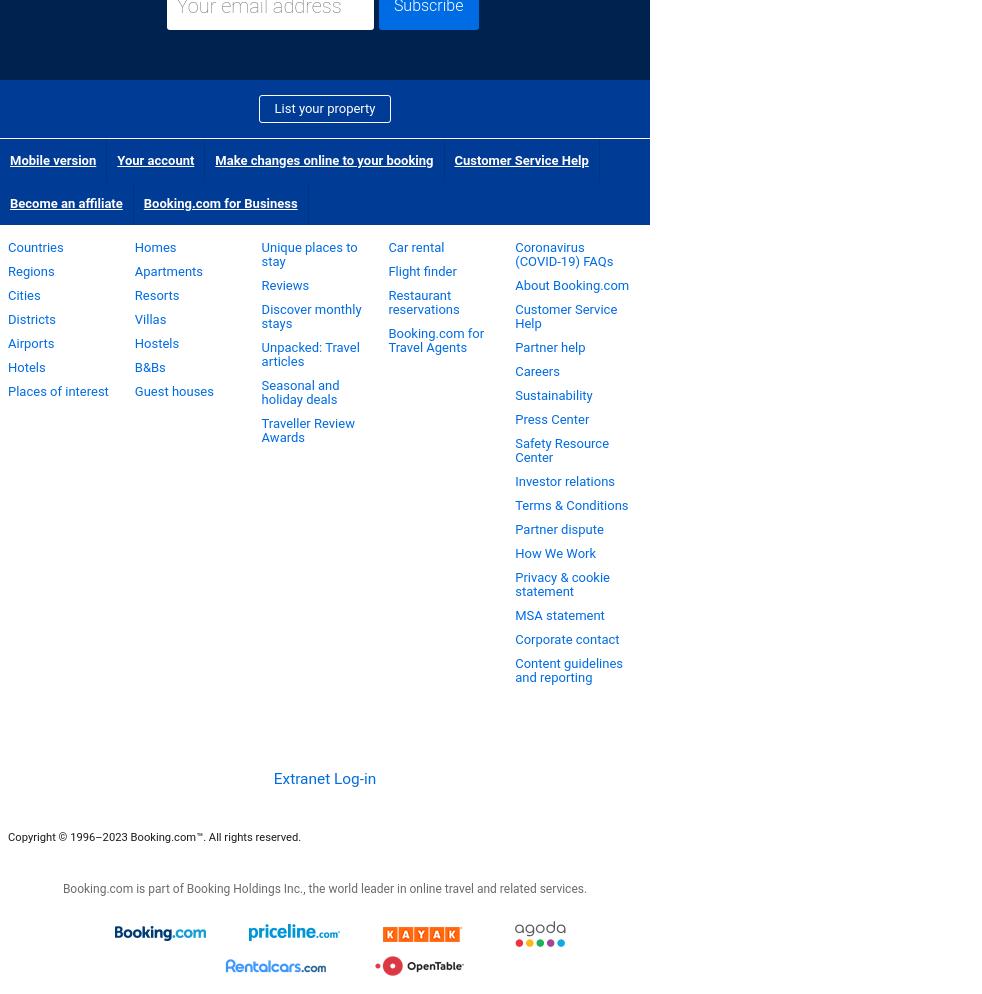 This screenshot has height=994, width=982. What do you see at coordinates (557, 529) in the screenshot?
I see `'Partner dispute'` at bounding box center [557, 529].